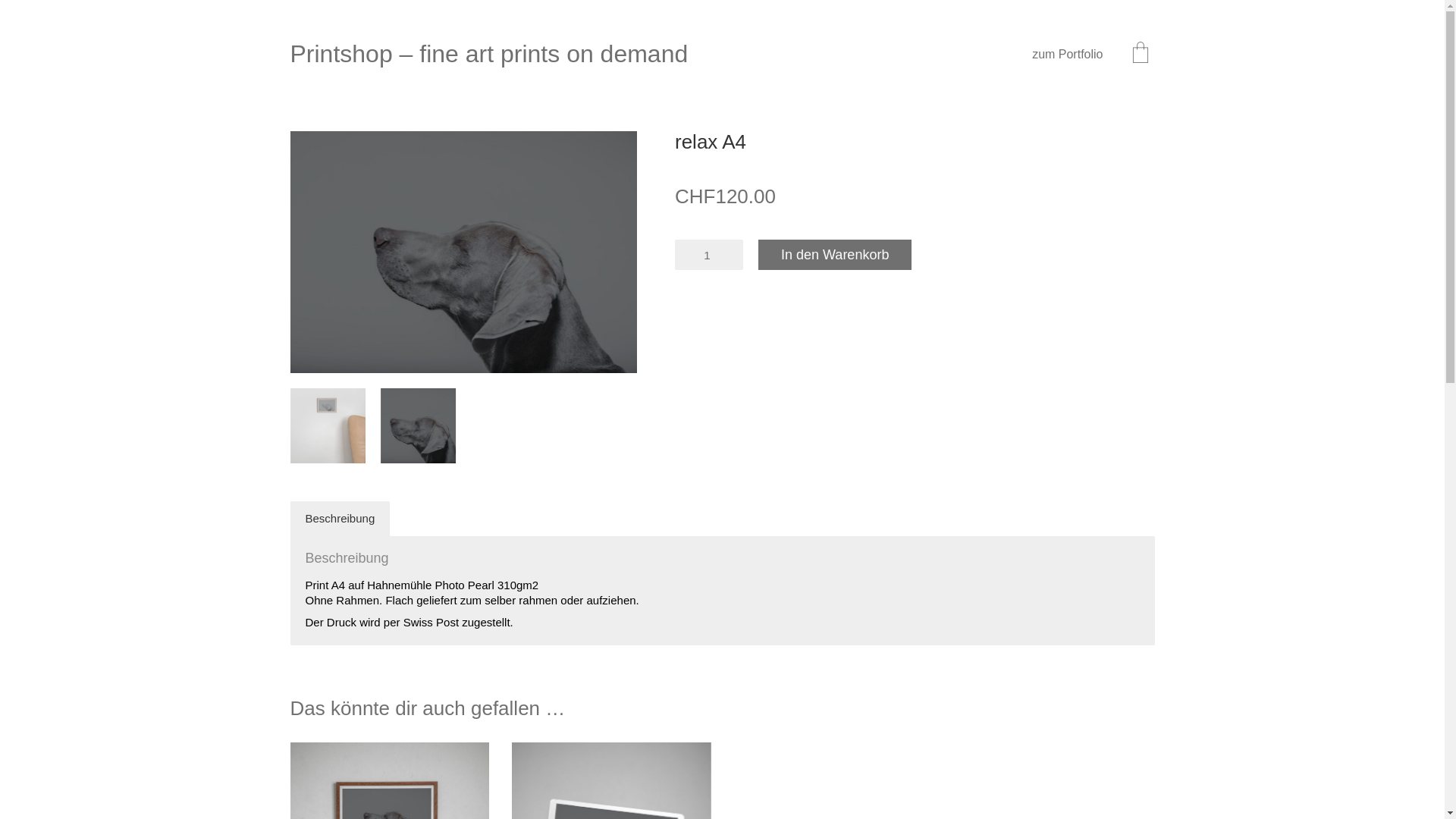 The image size is (1456, 819). What do you see at coordinates (708, 253) in the screenshot?
I see `'Menge'` at bounding box center [708, 253].